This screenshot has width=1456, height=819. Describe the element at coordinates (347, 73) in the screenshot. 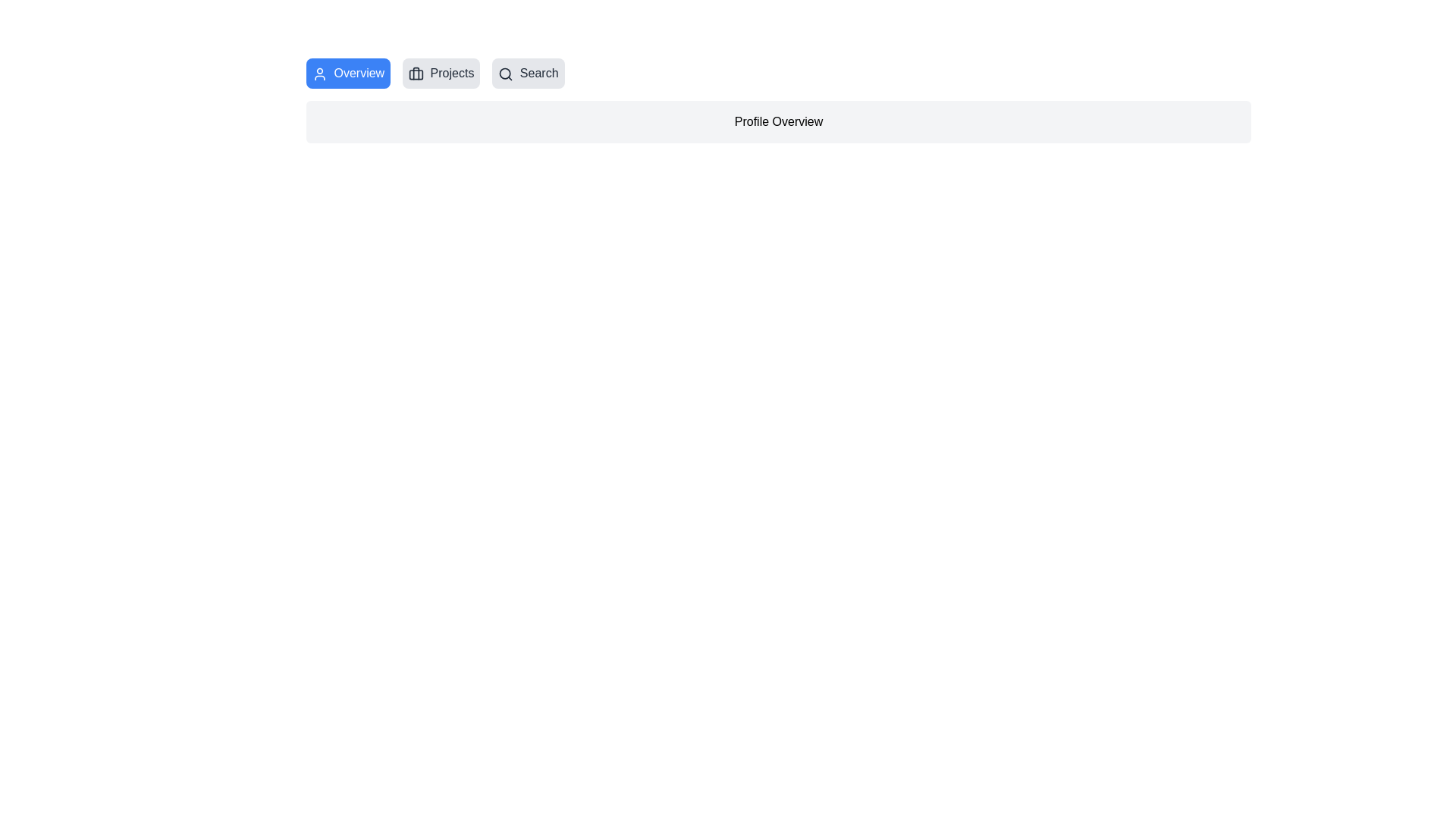

I see `the tab labeled Overview to observe its hover effect` at that location.